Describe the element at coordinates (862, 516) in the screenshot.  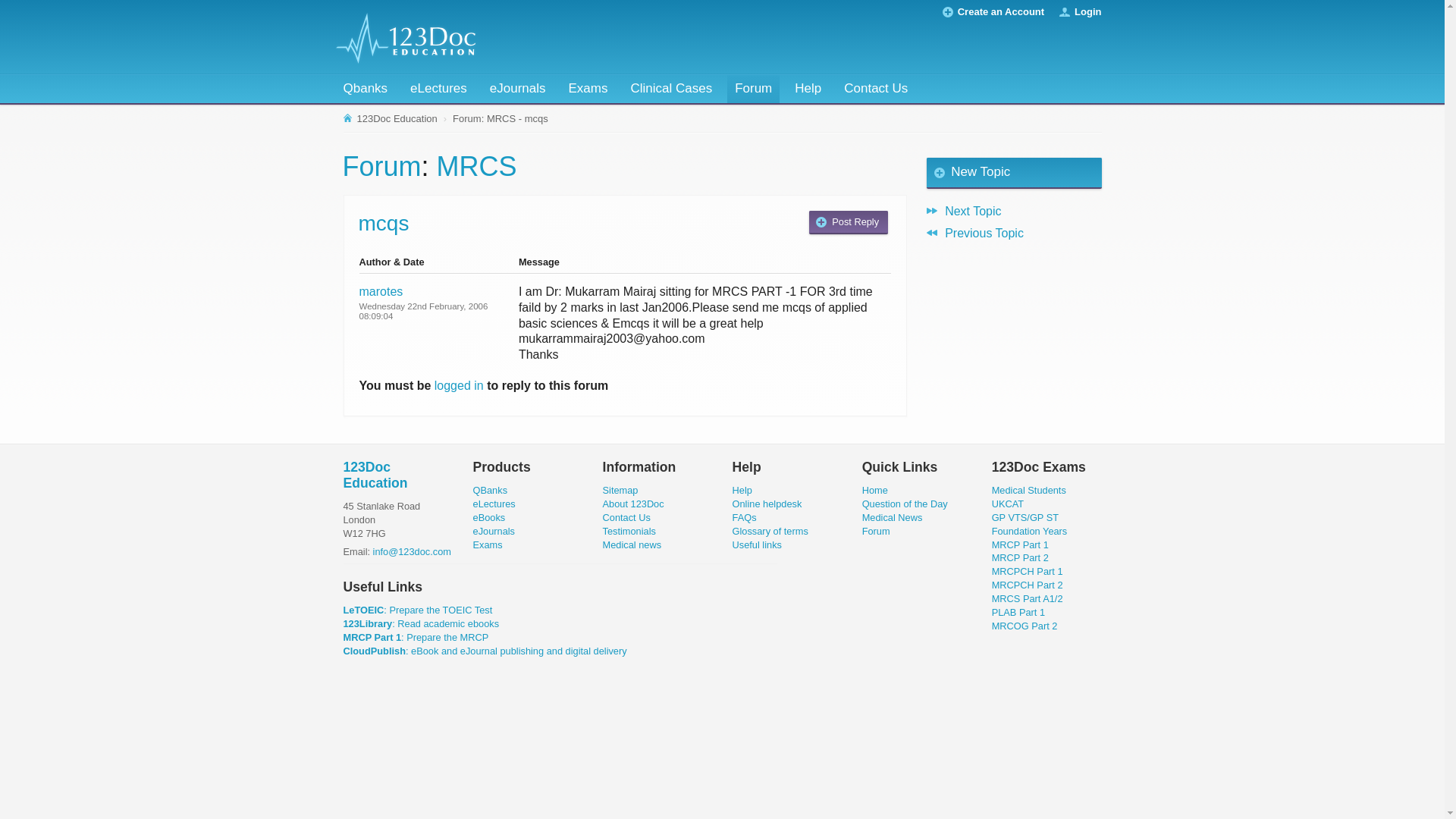
I see `'Medical News'` at that location.